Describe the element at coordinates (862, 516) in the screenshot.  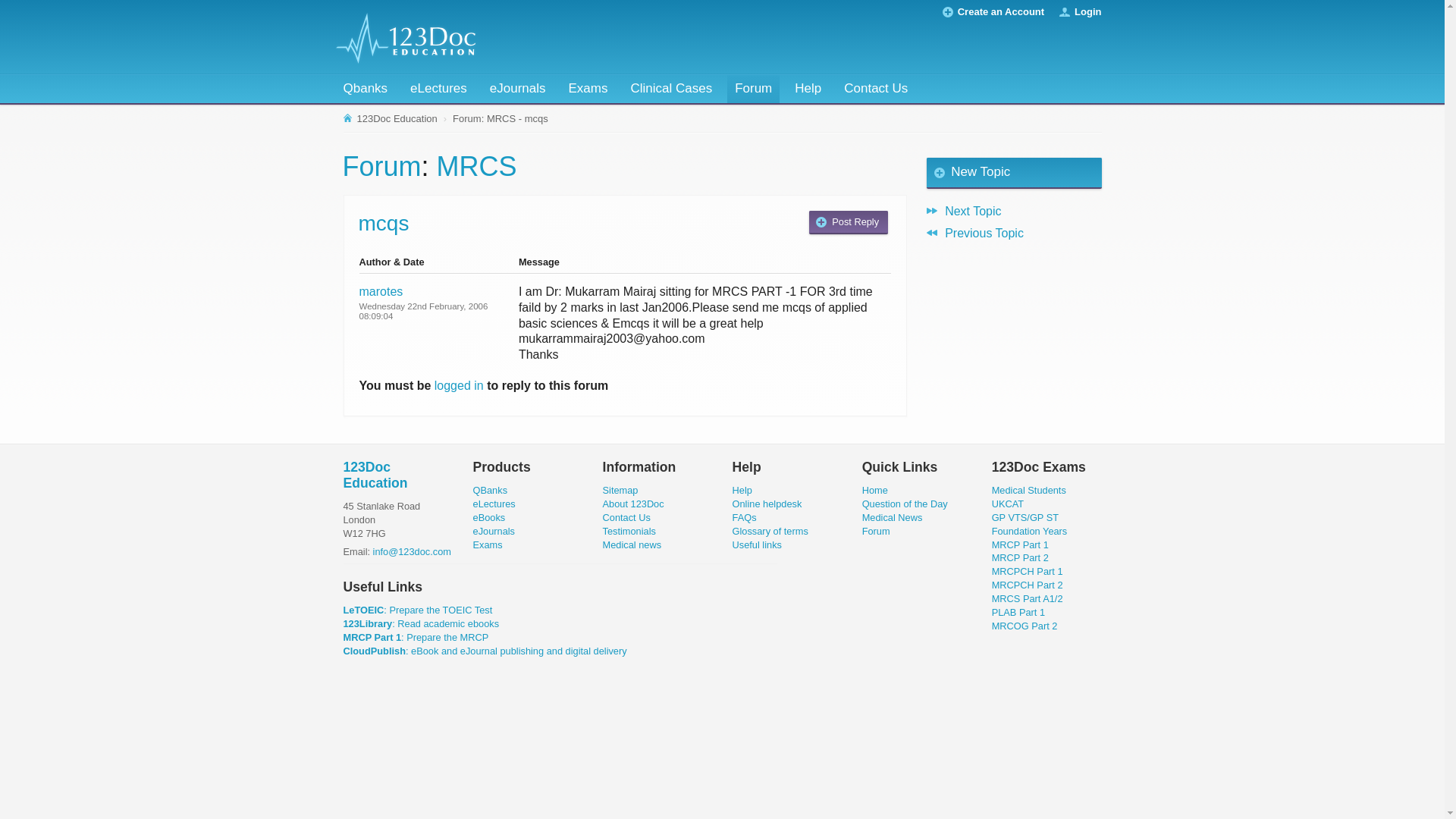
I see `'Medical News'` at that location.